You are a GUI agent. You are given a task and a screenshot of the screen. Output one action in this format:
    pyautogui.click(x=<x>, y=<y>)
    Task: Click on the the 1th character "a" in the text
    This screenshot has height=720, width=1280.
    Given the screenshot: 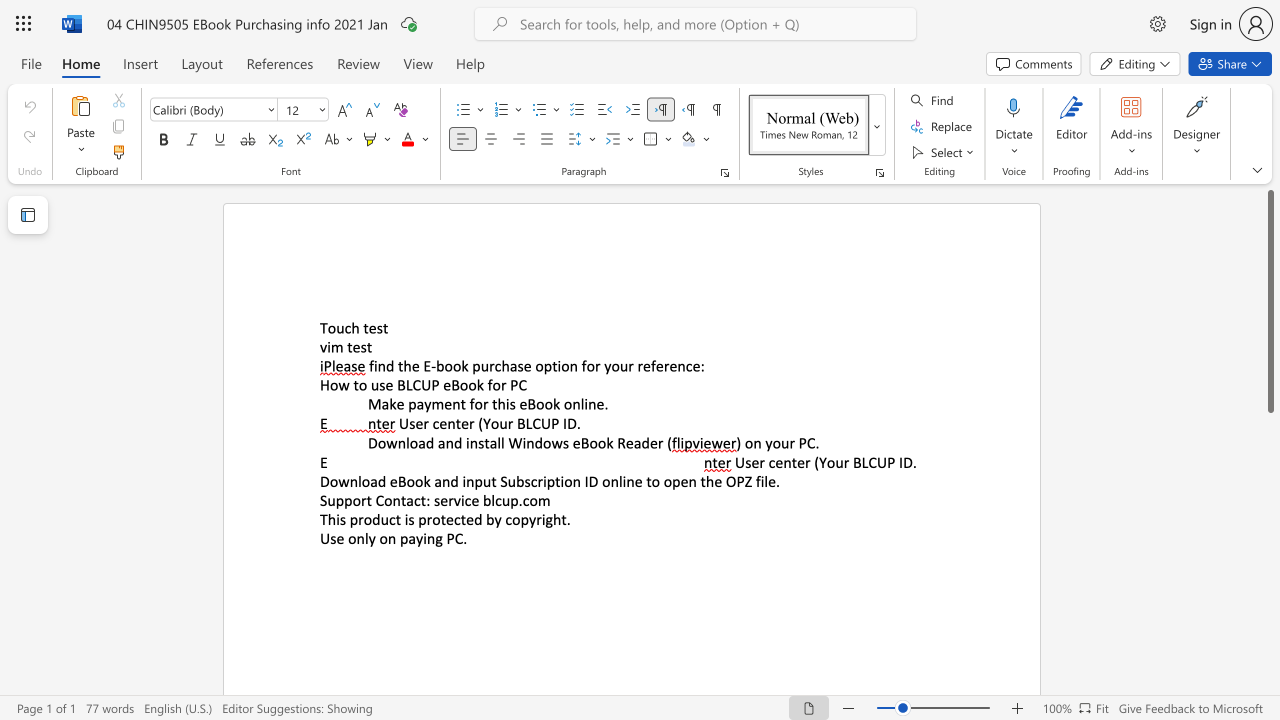 What is the action you would take?
    pyautogui.click(x=513, y=366)
    